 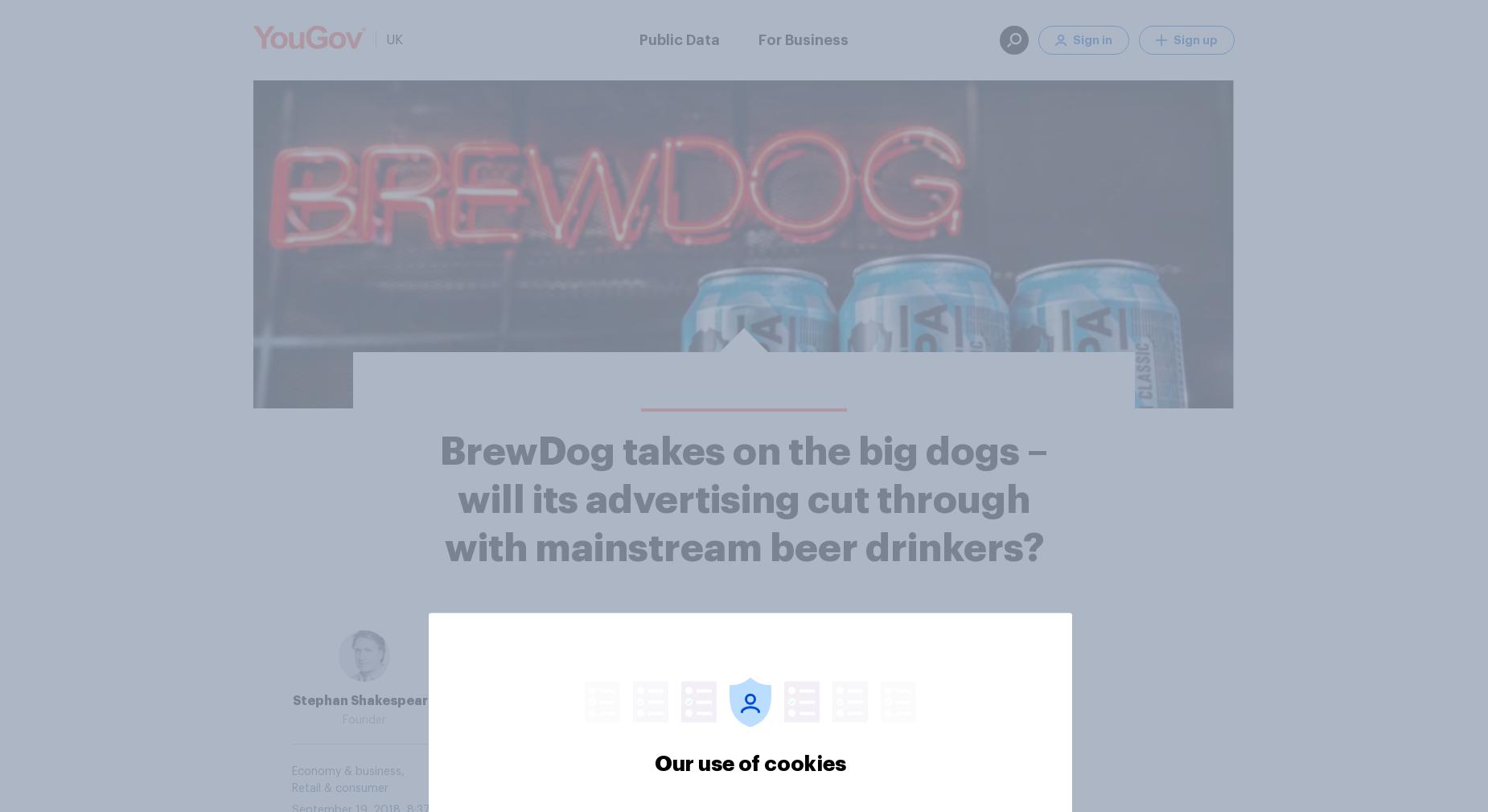 I want to click on 'For Business', so click(x=803, y=38).